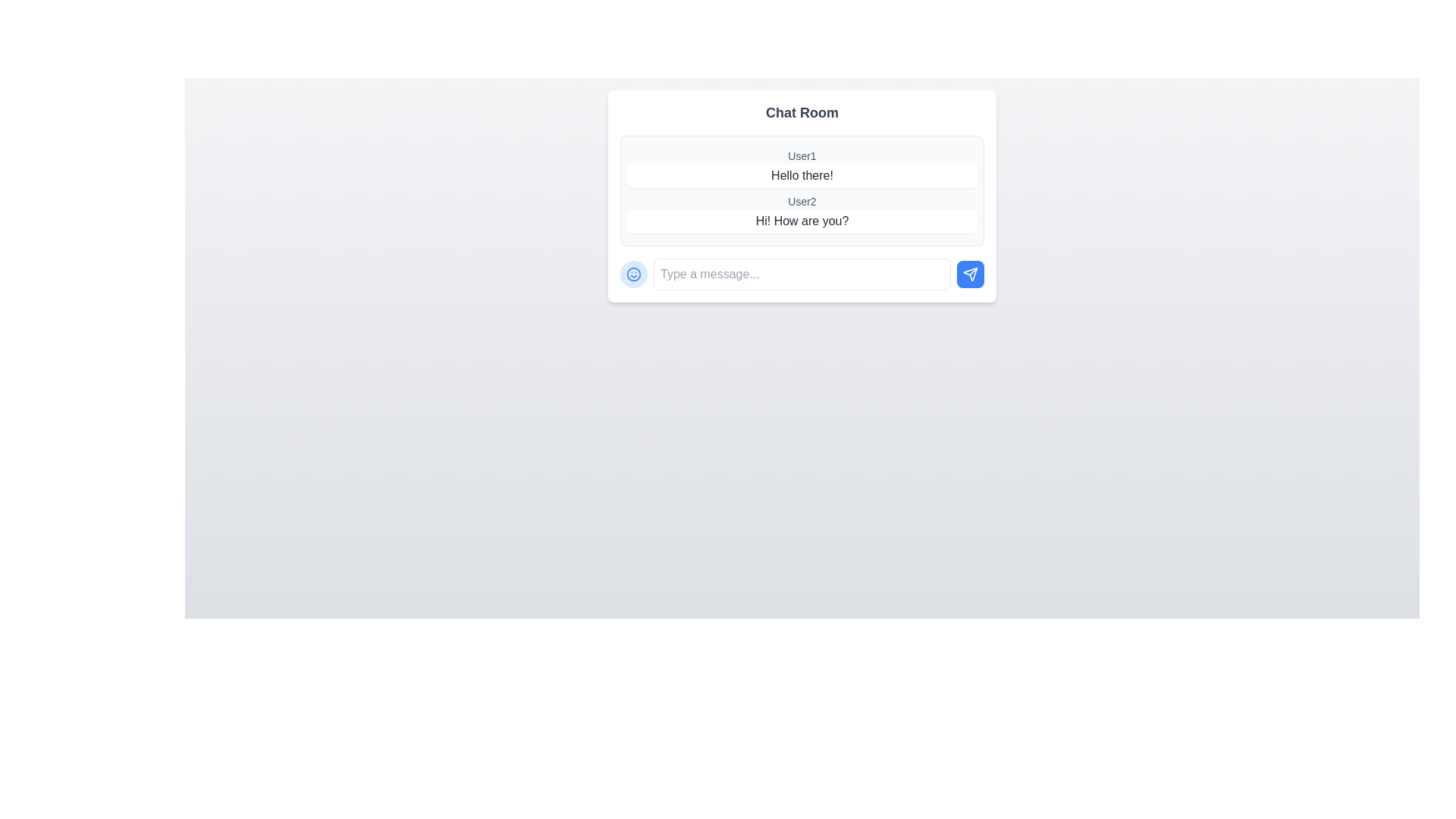 The image size is (1456, 819). Describe the element at coordinates (633, 275) in the screenshot. I see `the icon or SVG component located near the bottom-left of the chat box interface` at that location.